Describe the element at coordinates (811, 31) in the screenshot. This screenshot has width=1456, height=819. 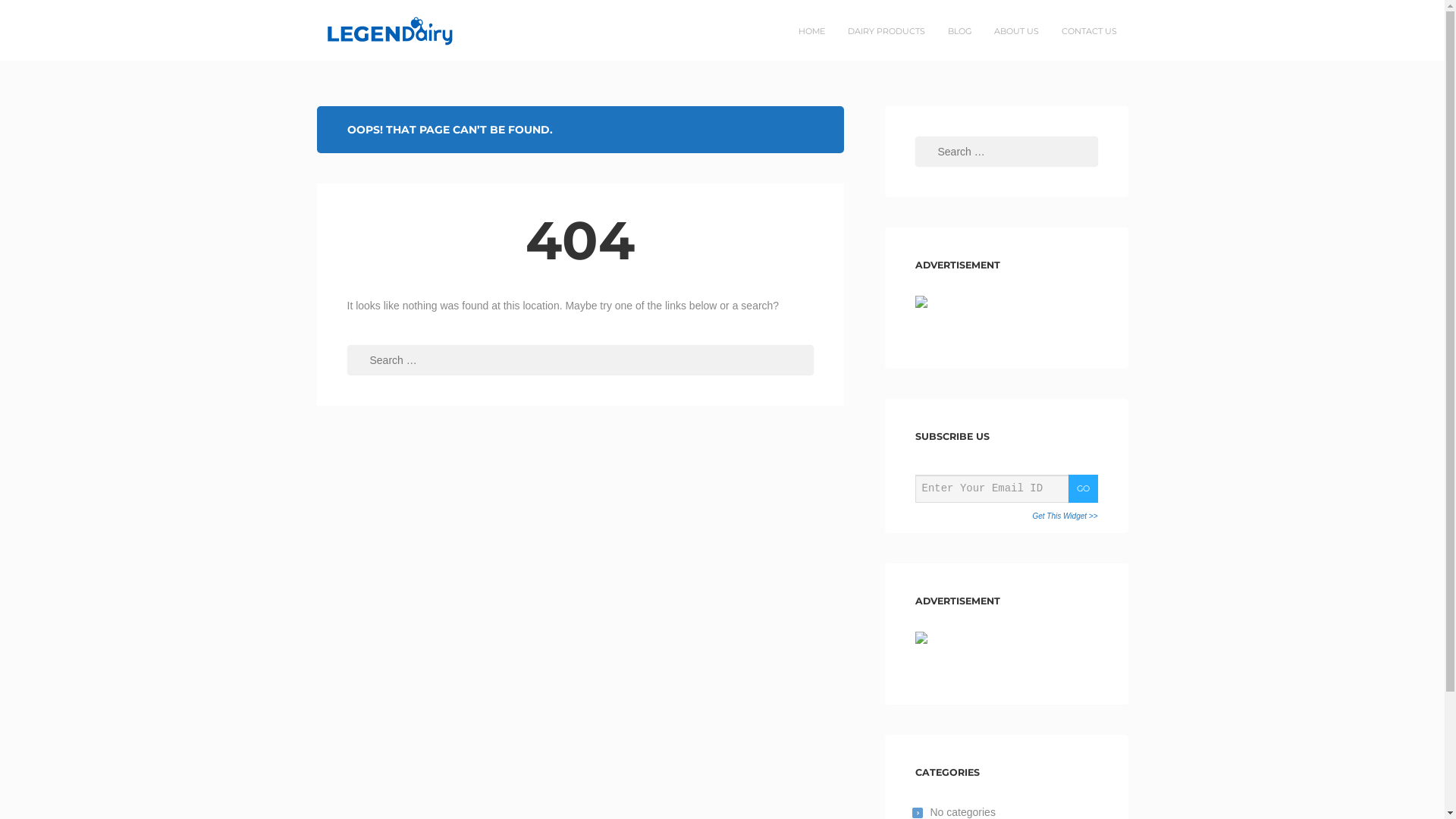
I see `'HOME'` at that location.